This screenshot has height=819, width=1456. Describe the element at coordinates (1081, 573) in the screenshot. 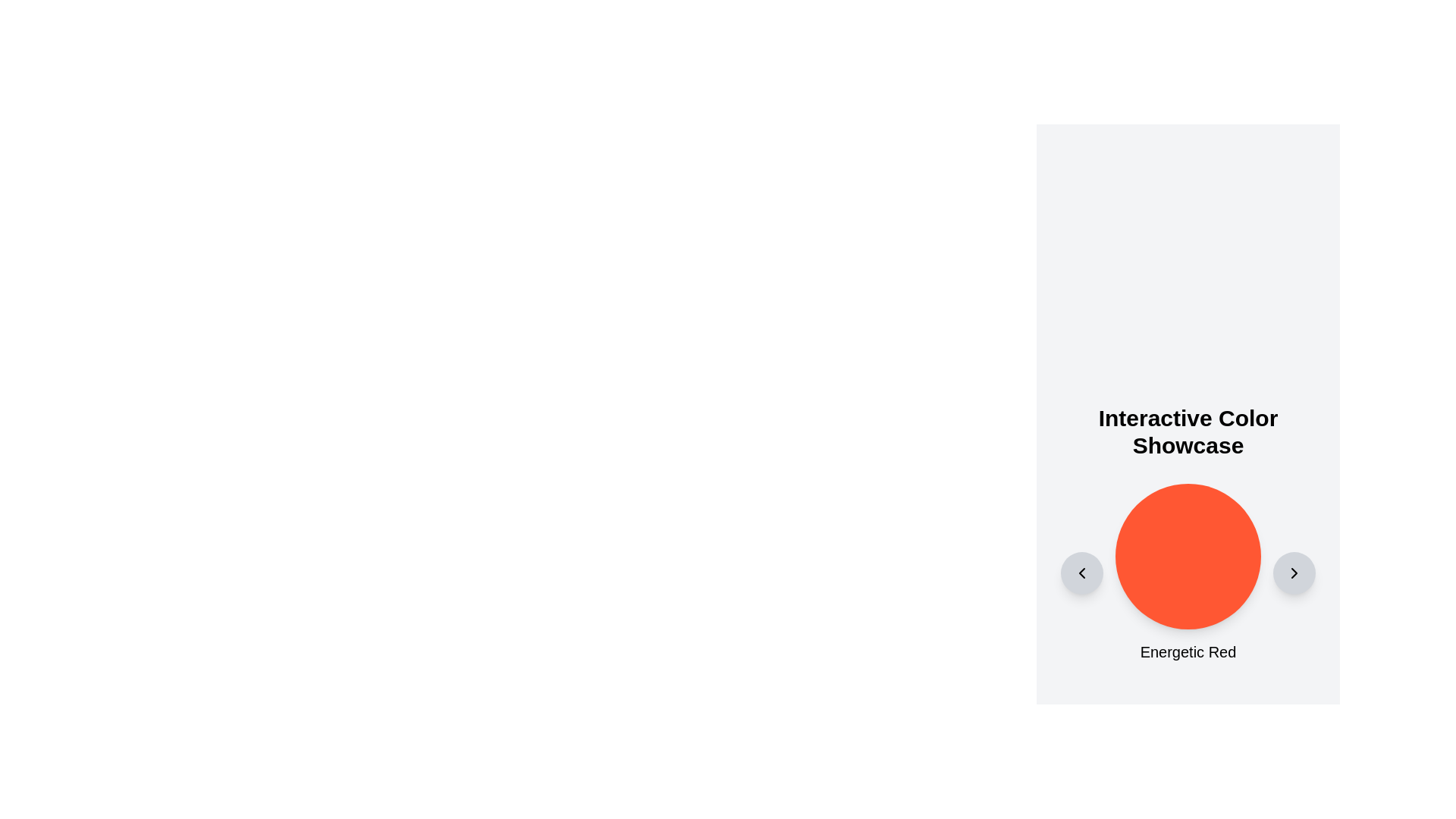

I see `the leftward chevron icon located inside the circular button on the left side of the main interface` at that location.